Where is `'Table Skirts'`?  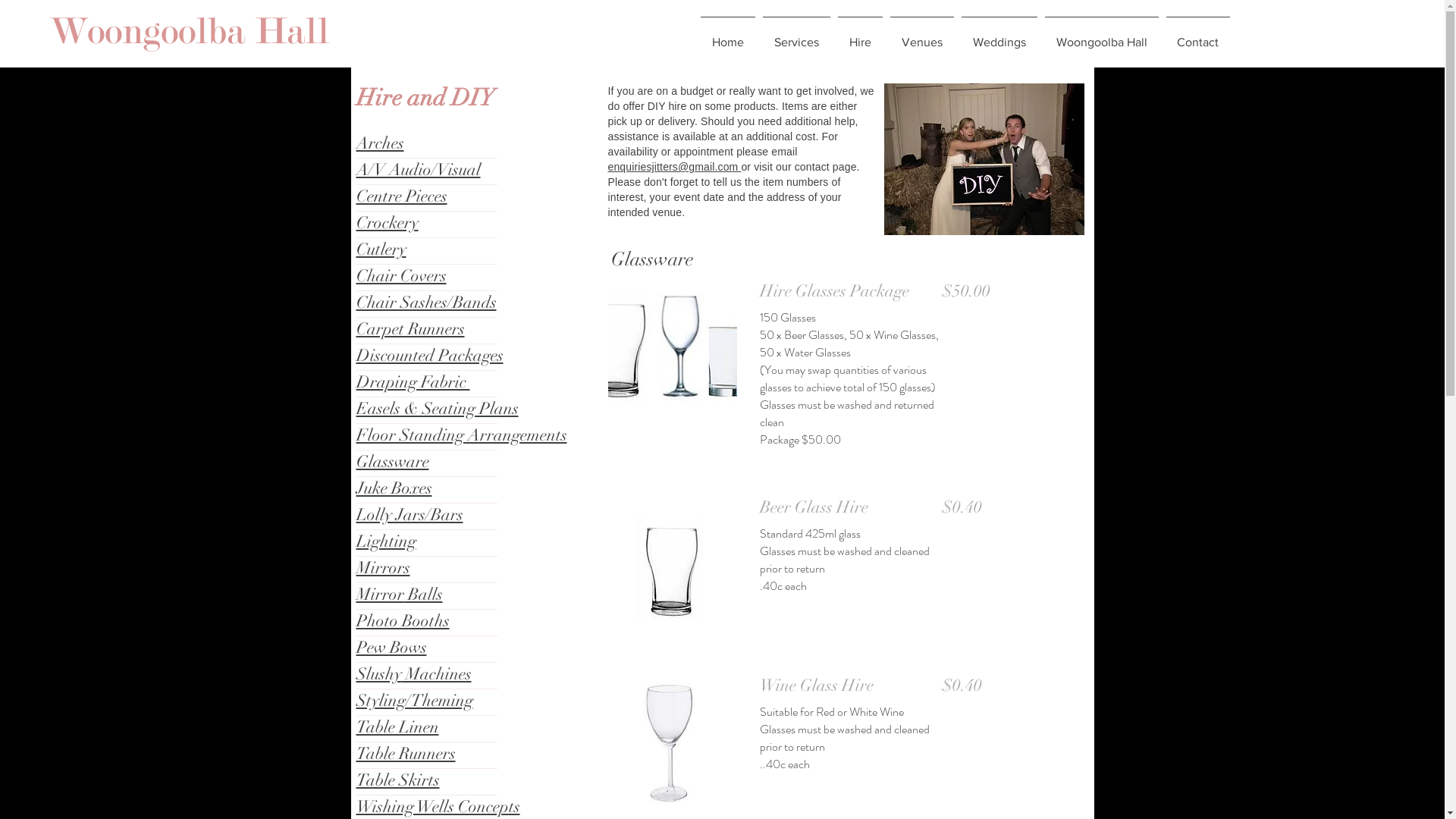
'Table Skirts' is located at coordinates (397, 780).